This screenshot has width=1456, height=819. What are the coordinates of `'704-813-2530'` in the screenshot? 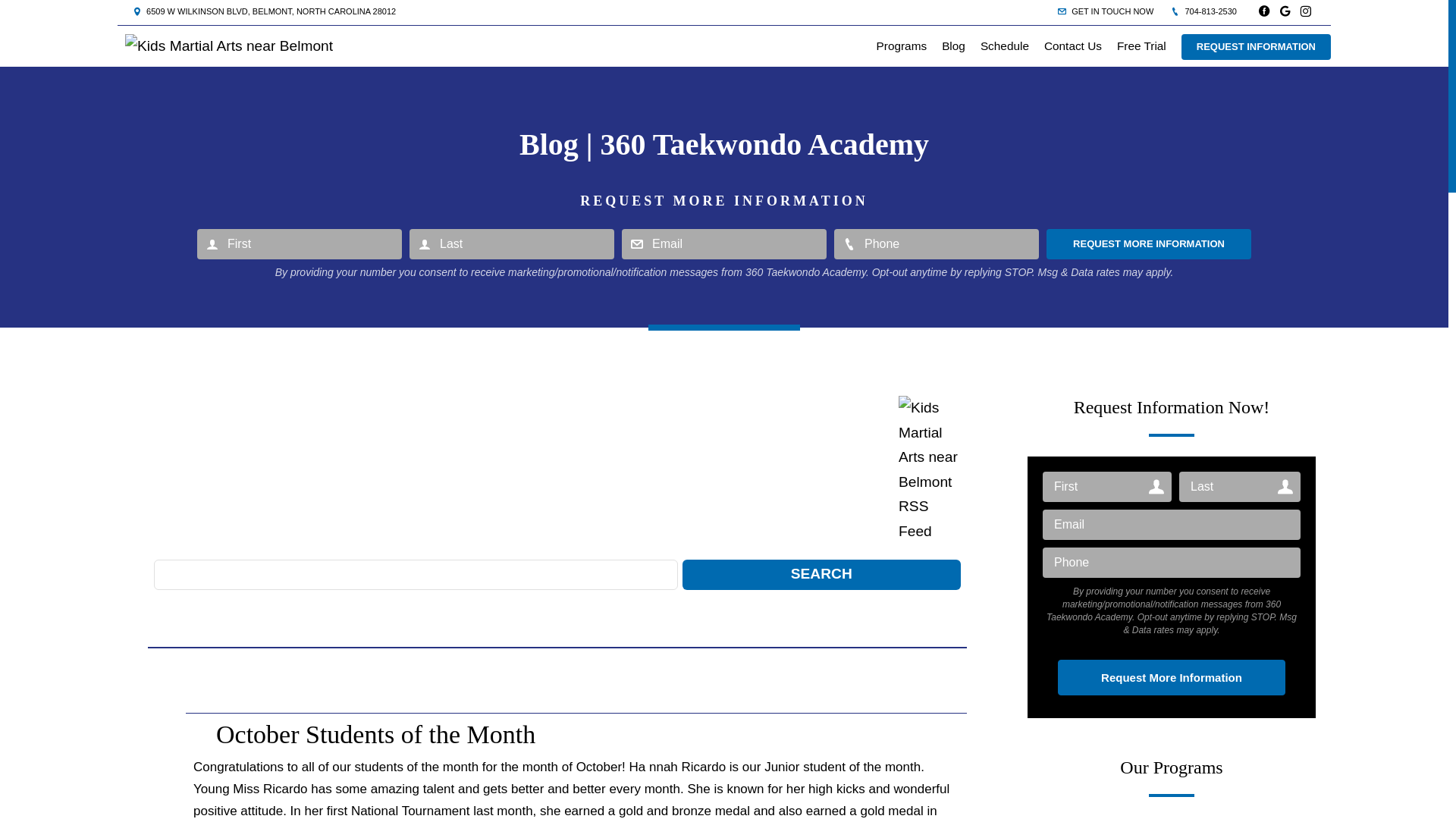 It's located at (1170, 11).